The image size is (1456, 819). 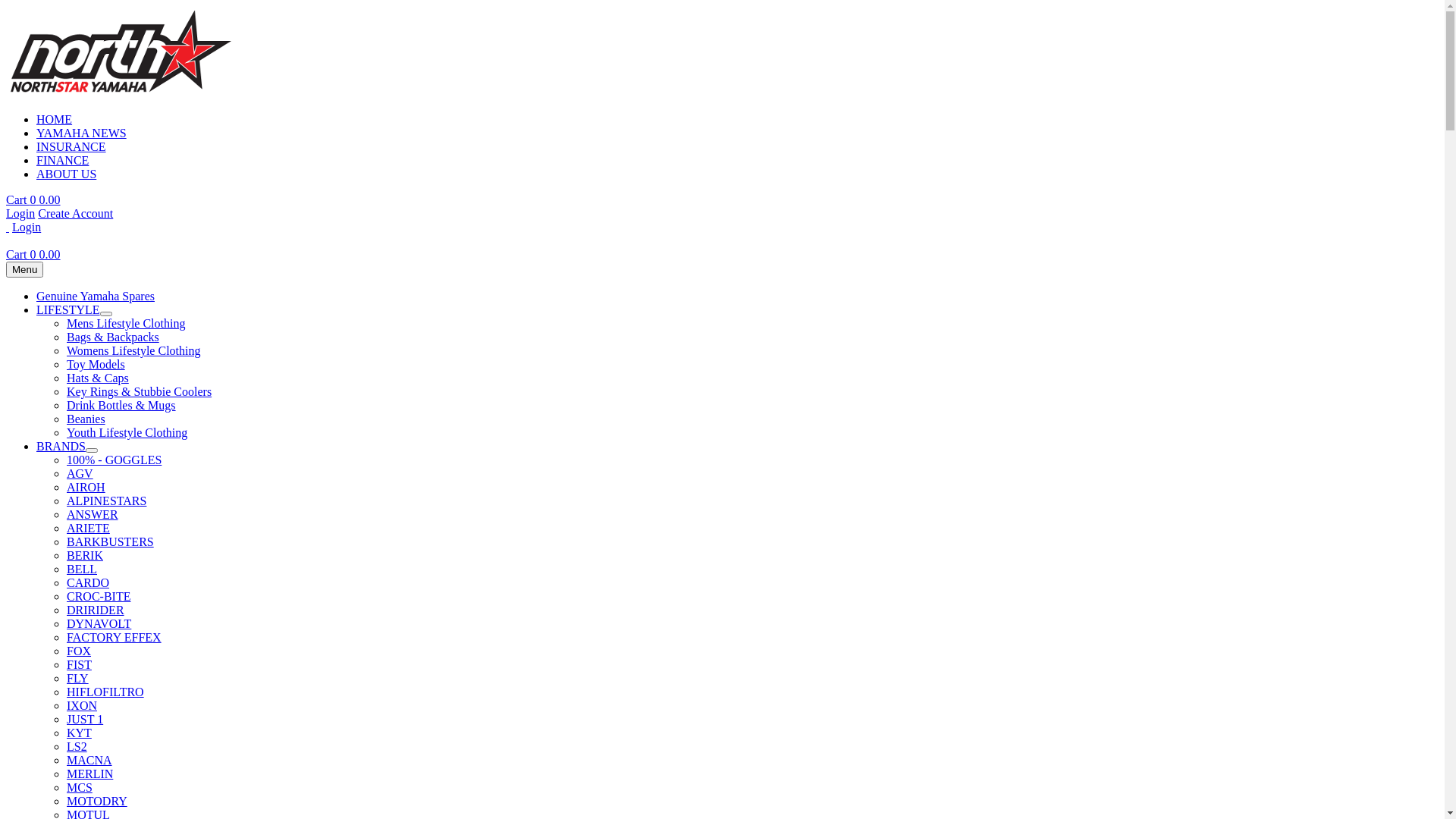 What do you see at coordinates (105, 500) in the screenshot?
I see `'ALPINESTARS'` at bounding box center [105, 500].